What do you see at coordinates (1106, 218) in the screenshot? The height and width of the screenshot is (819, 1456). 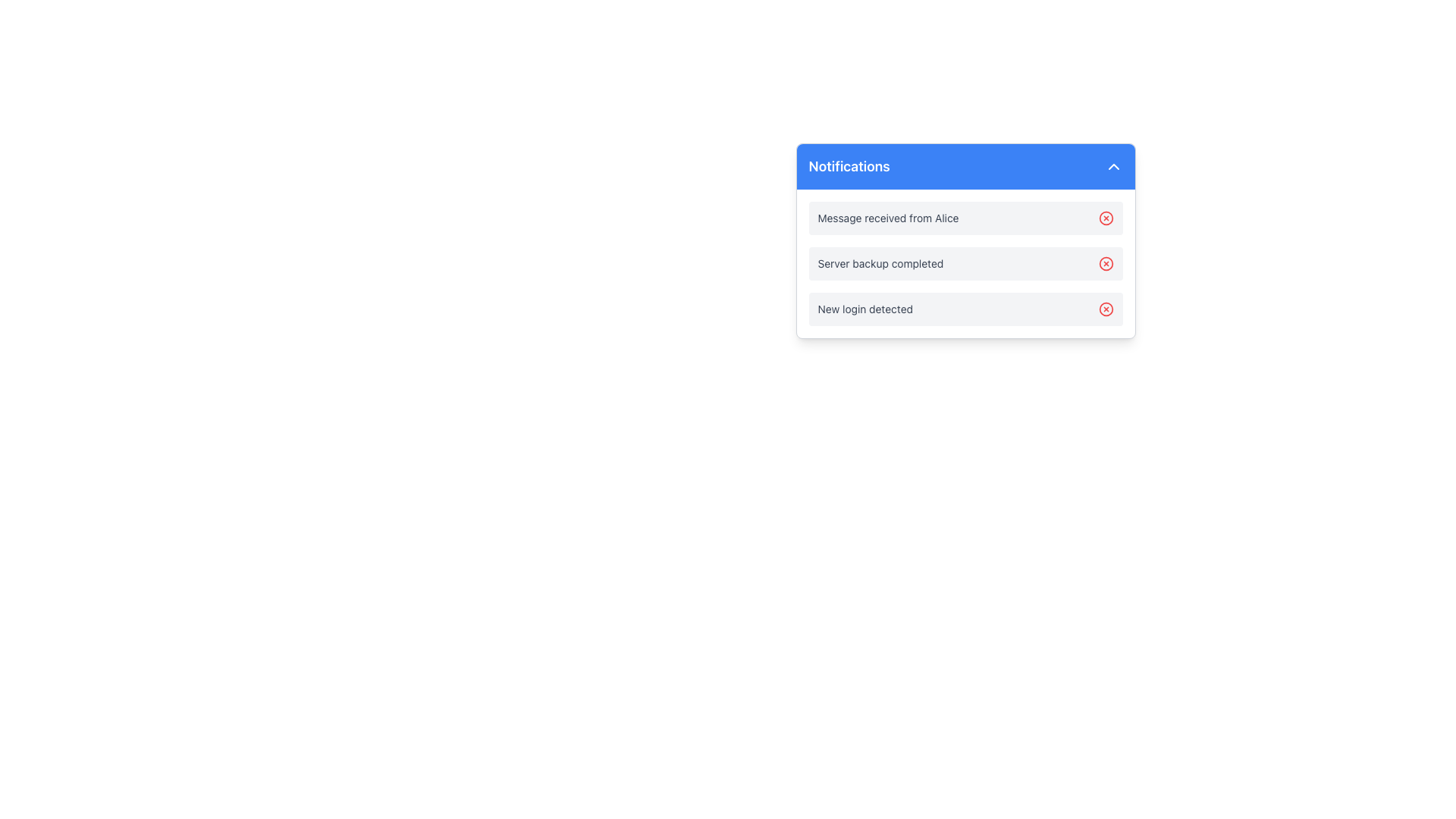 I see `the interactive button located at the far right of the 'Message received from Alice' notification` at bounding box center [1106, 218].